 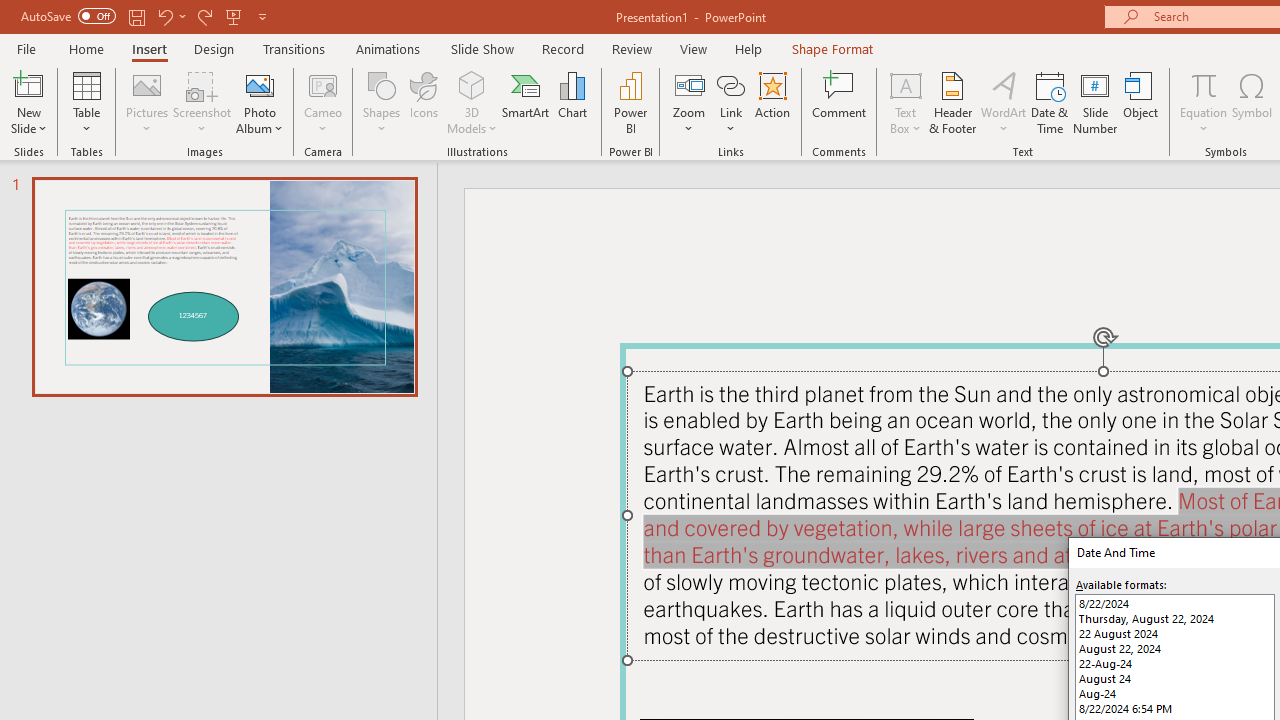 I want to click on 'Shape Format', so click(x=832, y=48).